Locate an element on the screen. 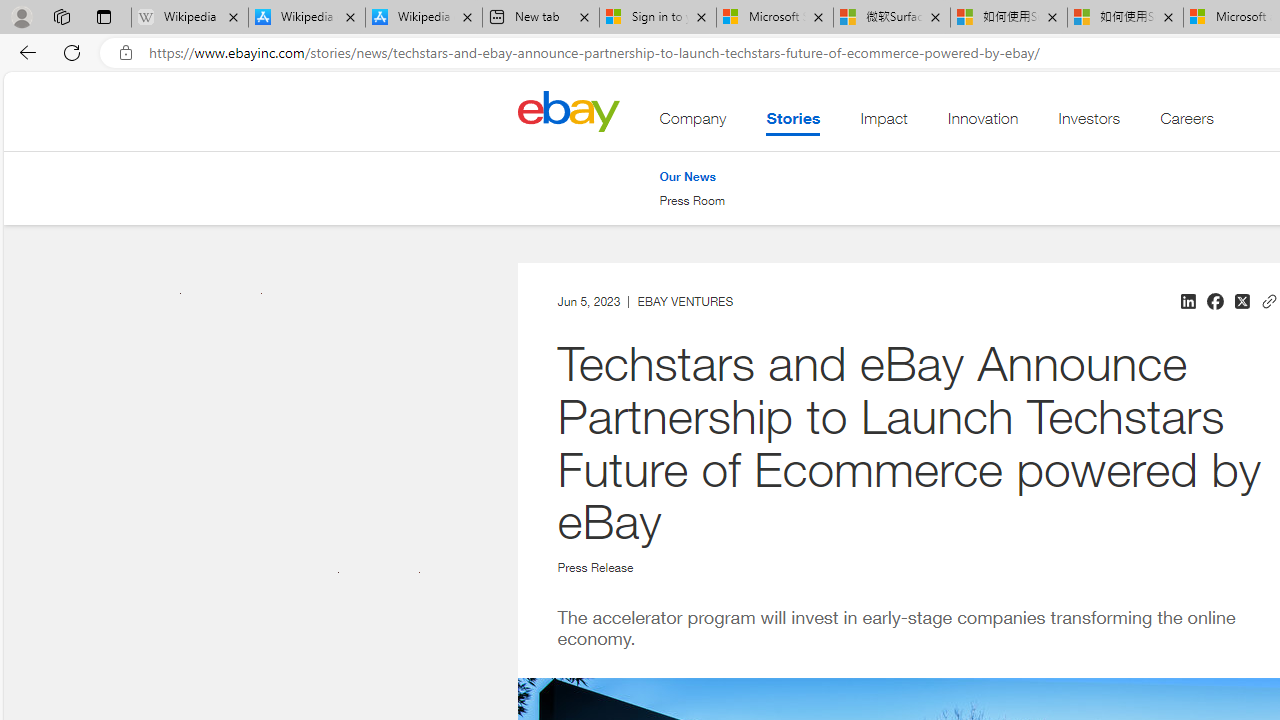 Image resolution: width=1280 pixels, height=720 pixels. 'Impact' is located at coordinates (882, 123).